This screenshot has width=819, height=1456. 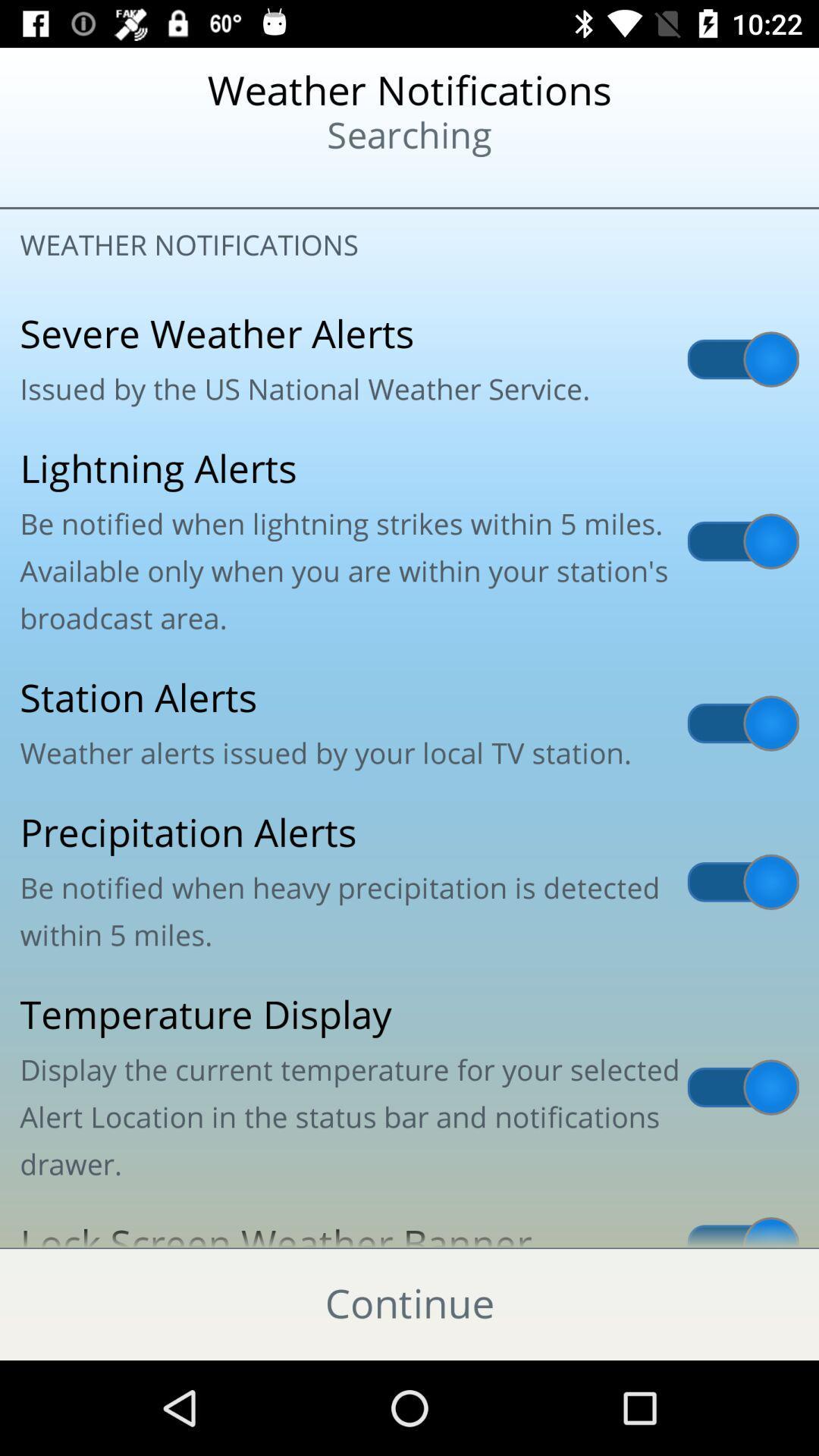 I want to click on the lock screen weather, so click(x=409, y=1225).